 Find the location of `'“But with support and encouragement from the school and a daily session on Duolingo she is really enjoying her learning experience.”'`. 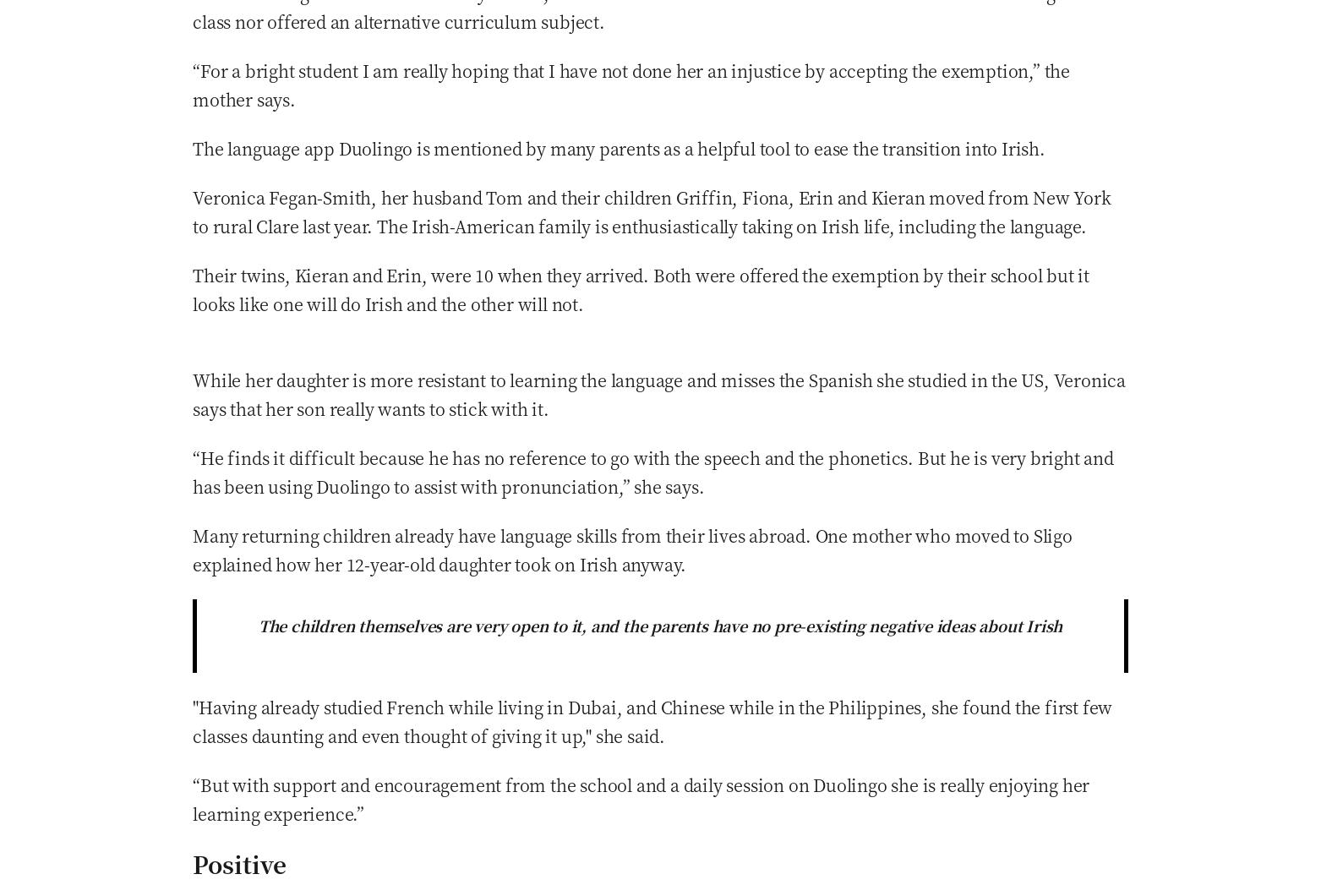

'“But with support and encouragement from the school and a daily session on Duolingo she is really enjoying her learning experience.”' is located at coordinates (641, 797).